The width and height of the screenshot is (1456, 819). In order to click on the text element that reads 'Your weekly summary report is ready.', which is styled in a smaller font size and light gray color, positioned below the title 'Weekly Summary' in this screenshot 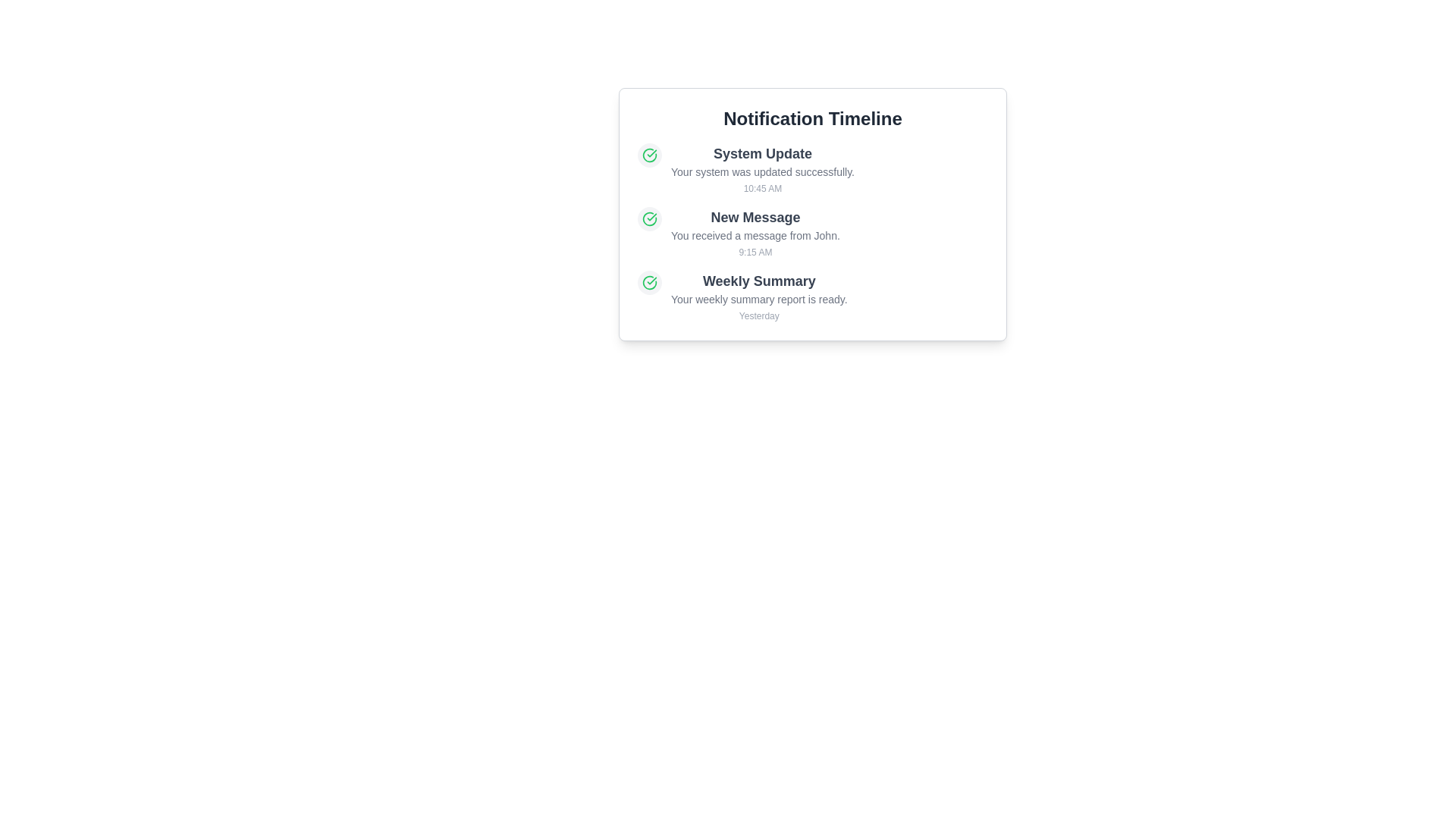, I will do `click(759, 299)`.